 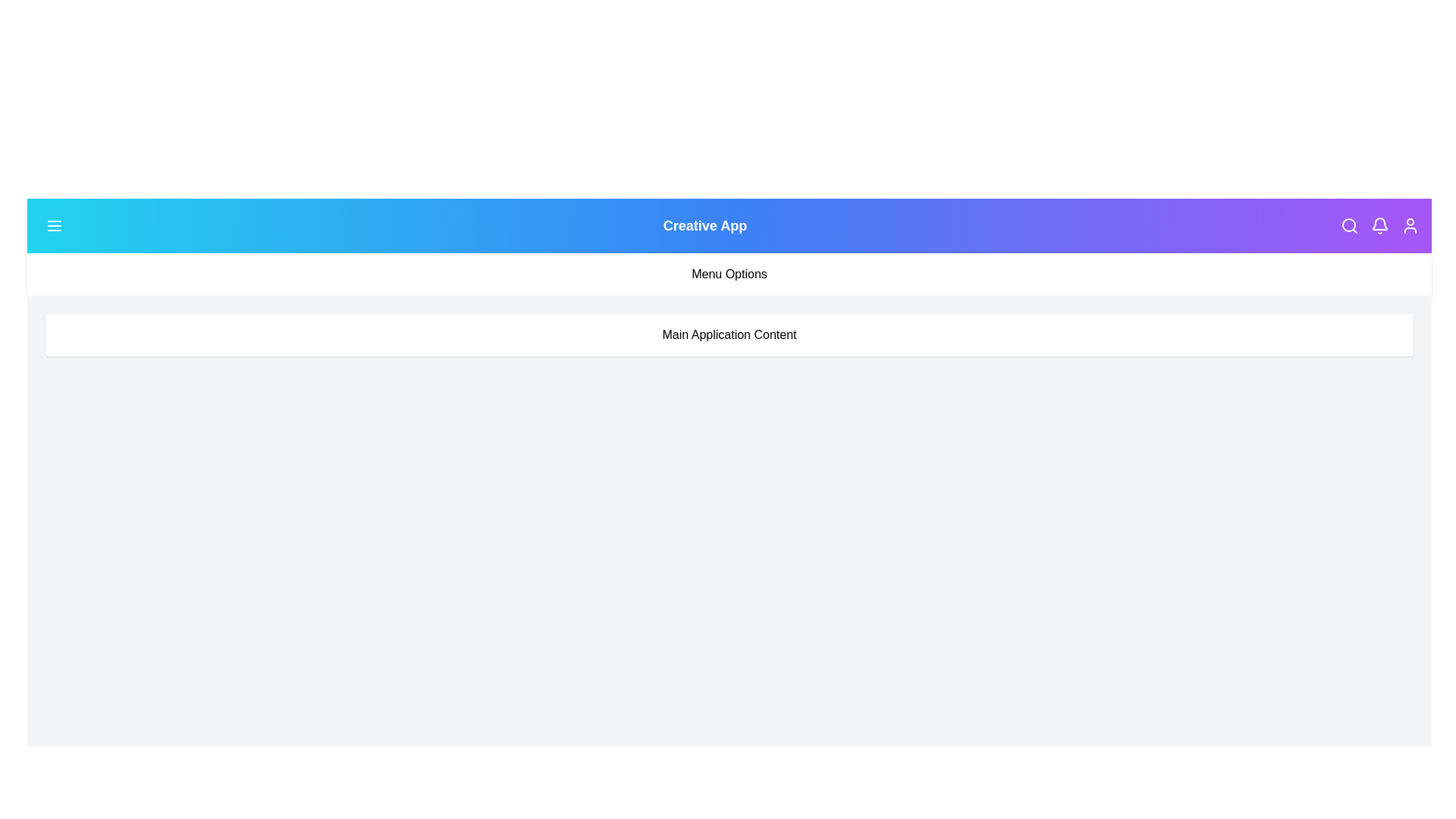 I want to click on the user icon in the app bar, so click(x=1410, y=225).